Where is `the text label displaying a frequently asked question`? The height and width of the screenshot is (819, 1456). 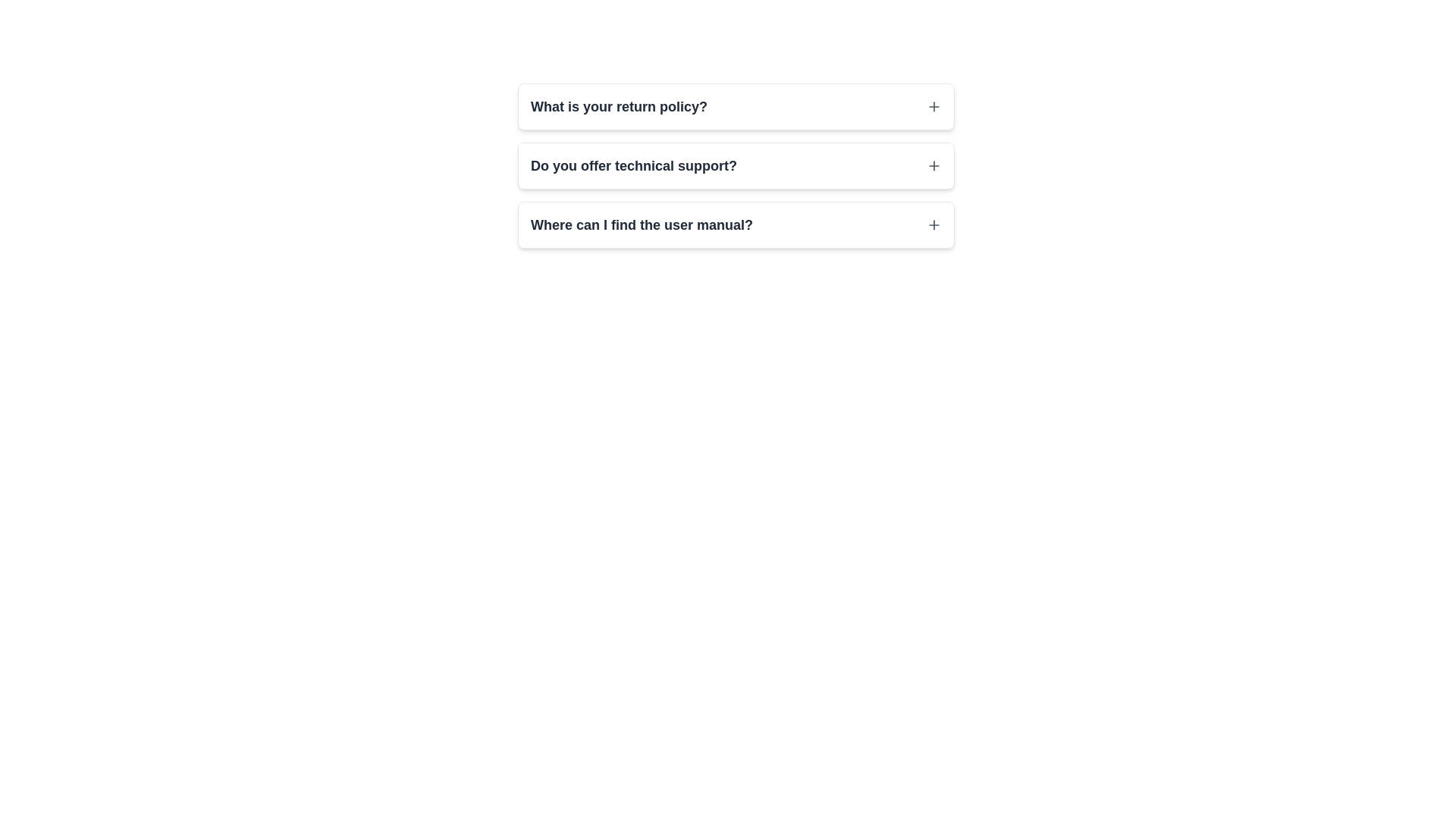
the text label displaying a frequently asked question is located at coordinates (633, 166).